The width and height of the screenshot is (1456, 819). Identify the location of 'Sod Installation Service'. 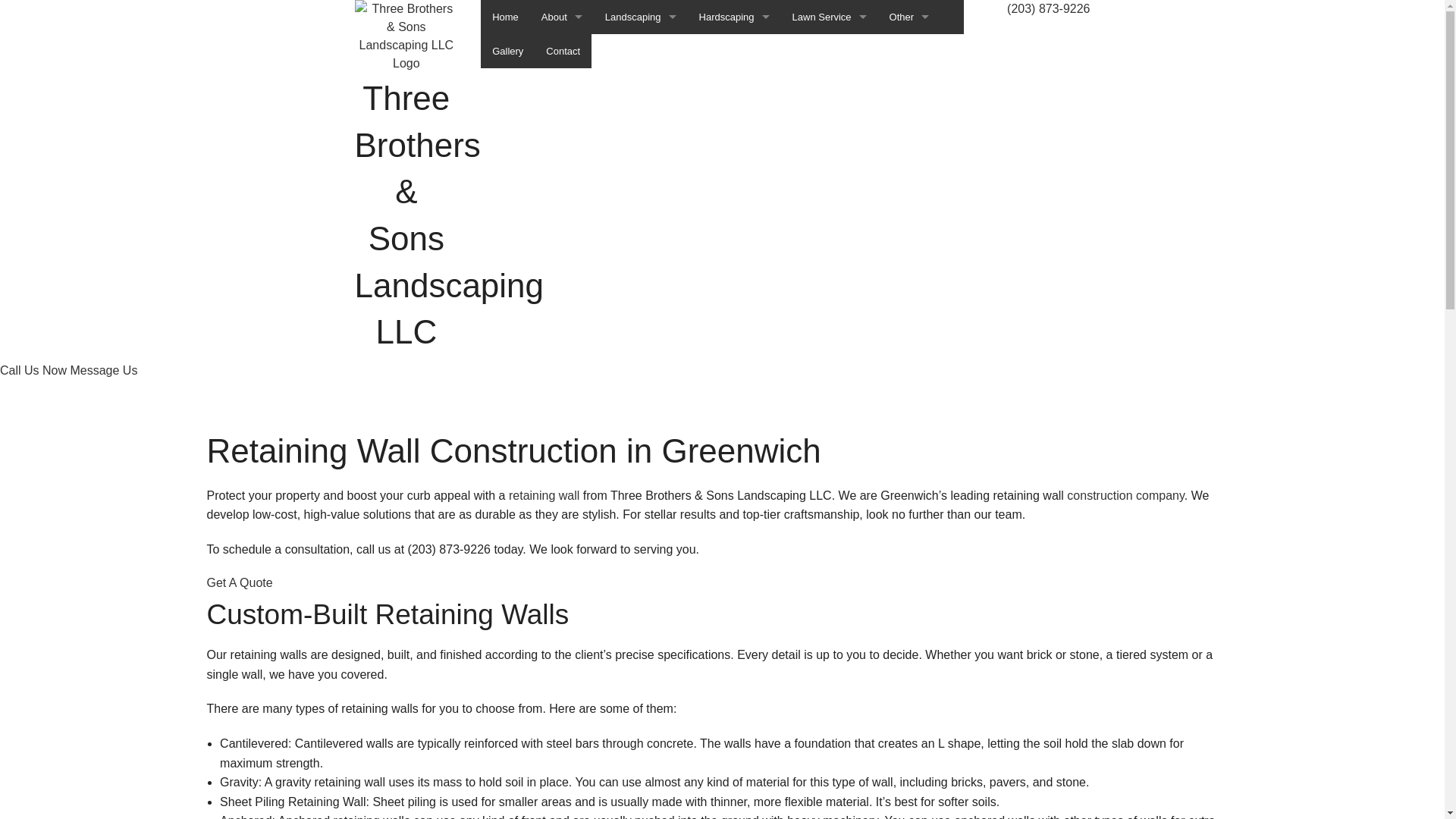
(877, 664).